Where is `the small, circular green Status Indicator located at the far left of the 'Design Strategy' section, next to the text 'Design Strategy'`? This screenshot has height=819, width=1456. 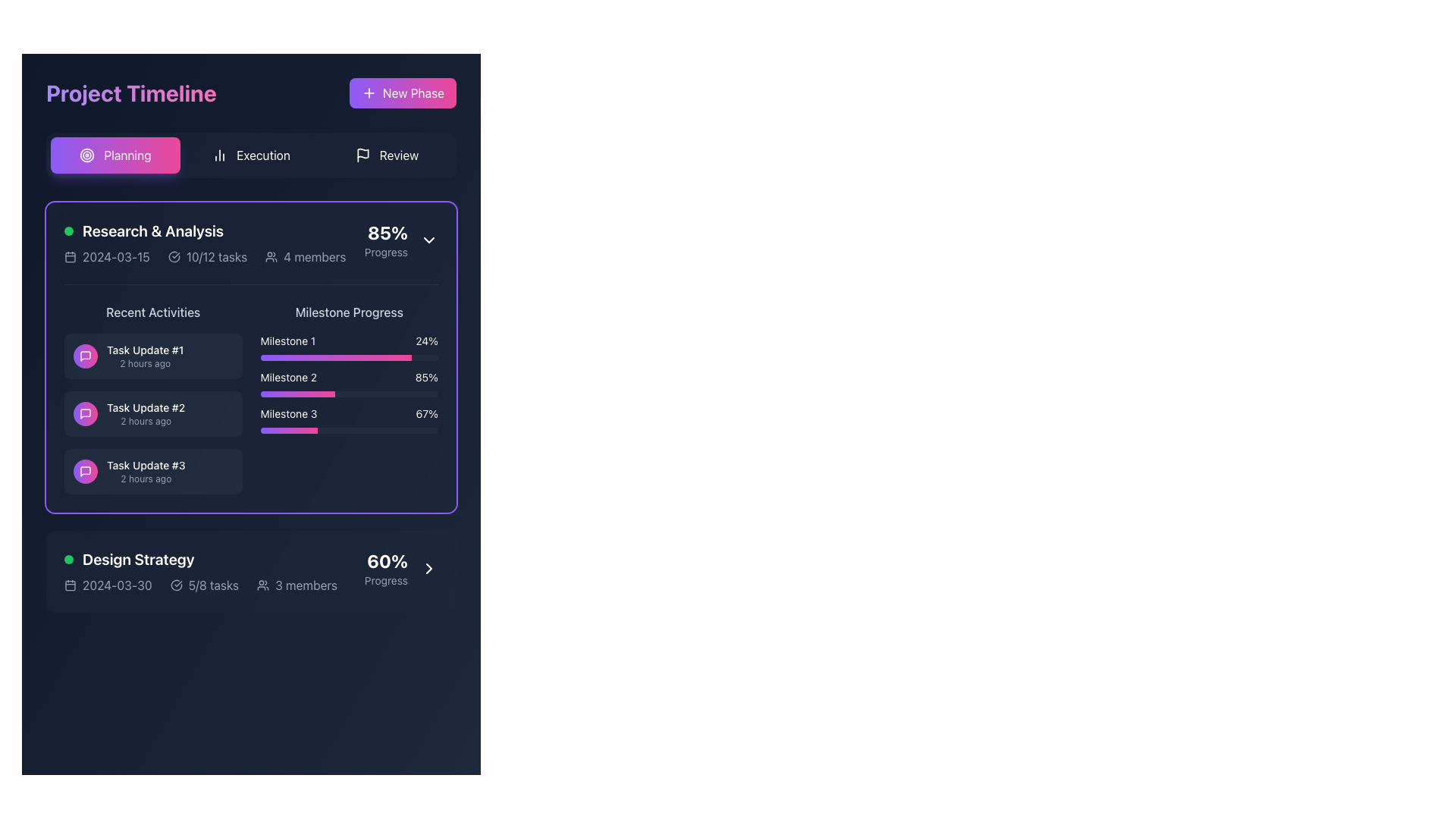 the small, circular green Status Indicator located at the far left of the 'Design Strategy' section, next to the text 'Design Strategy' is located at coordinates (68, 559).